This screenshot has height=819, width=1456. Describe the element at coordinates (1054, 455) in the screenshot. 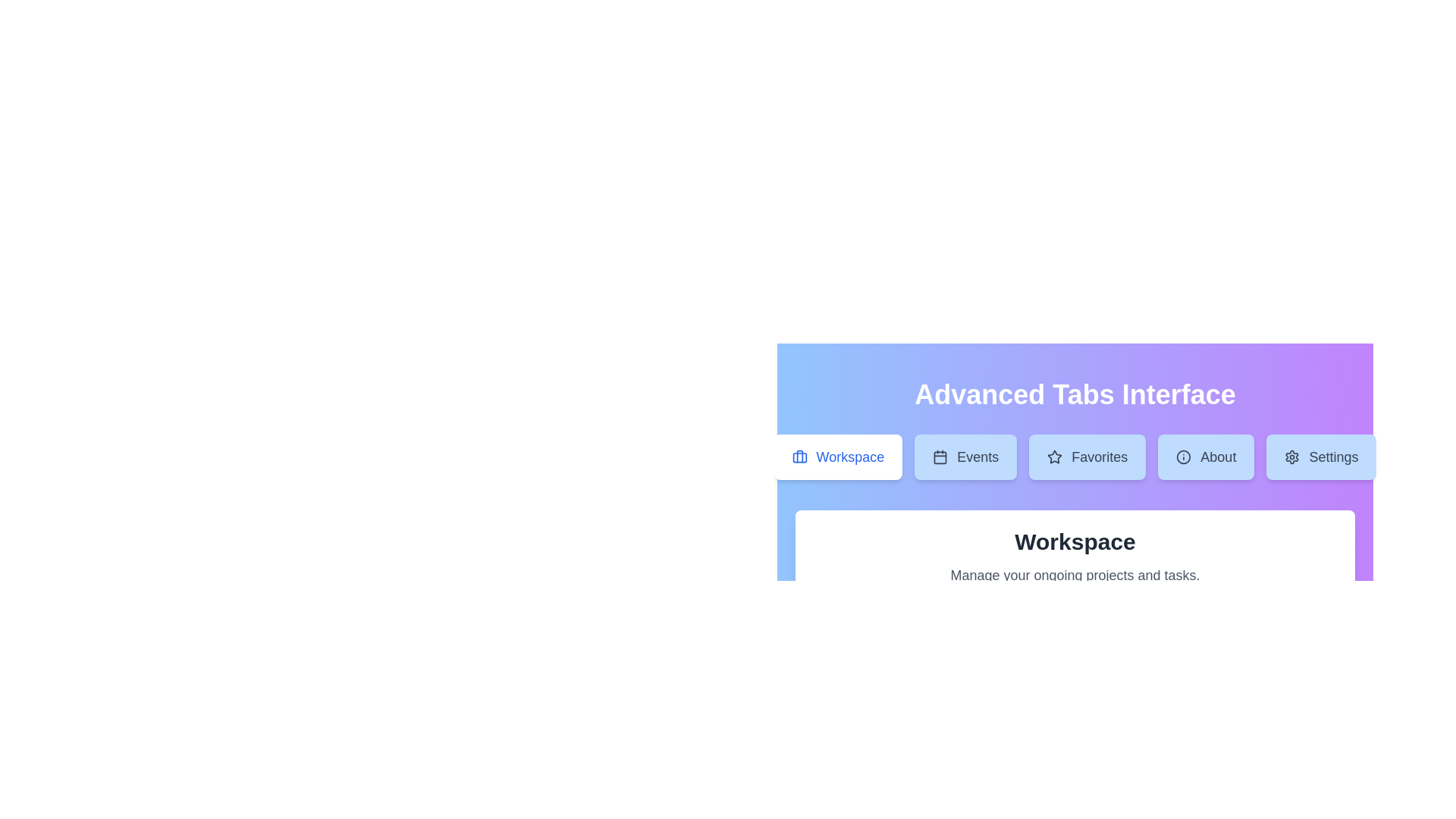

I see `the Star Icon located in the 'Favorites' tab to mark an item as a favorite or access favorite items` at that location.